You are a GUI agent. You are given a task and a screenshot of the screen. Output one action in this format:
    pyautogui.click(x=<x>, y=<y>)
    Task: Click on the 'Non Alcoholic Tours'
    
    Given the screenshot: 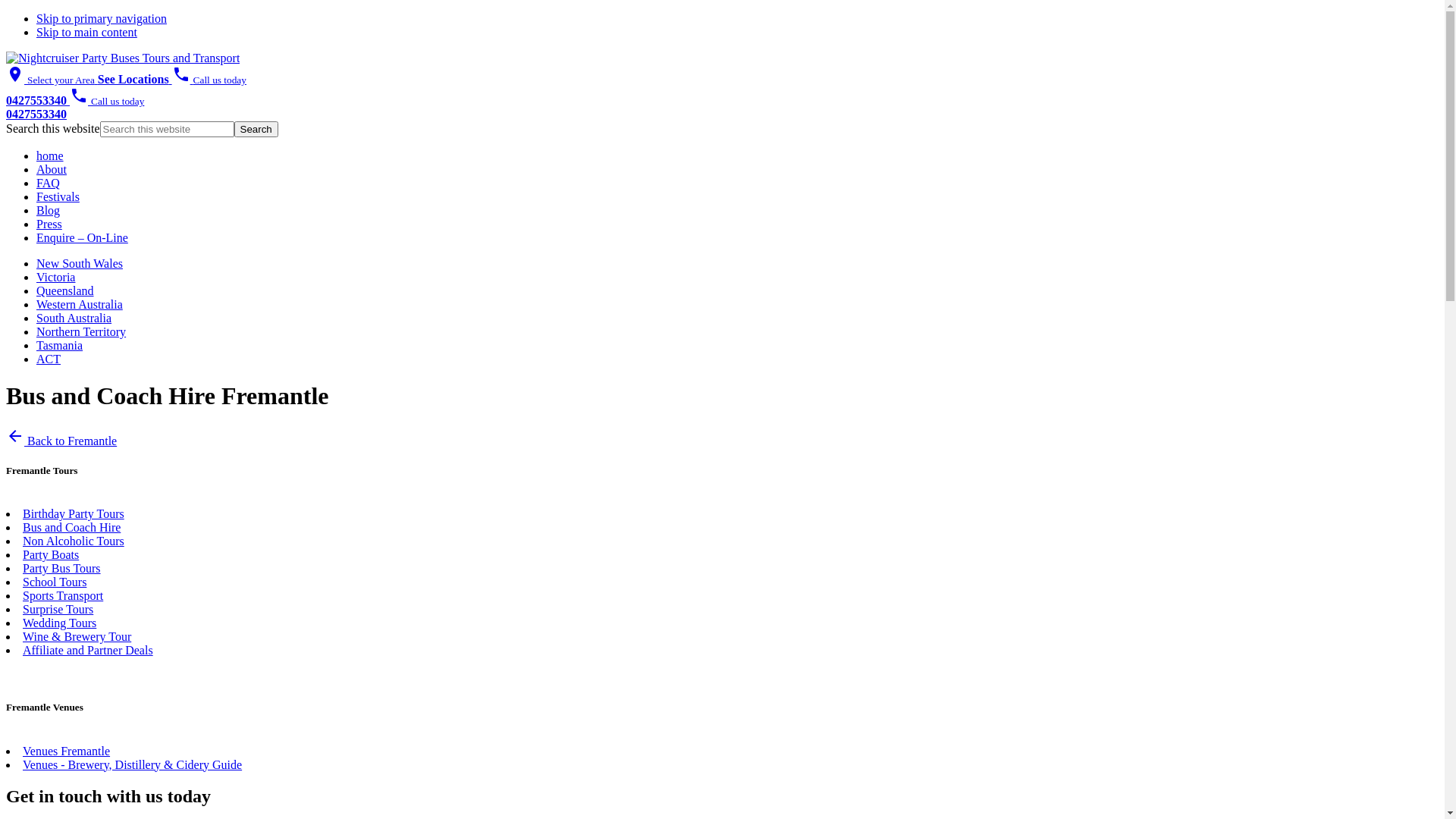 What is the action you would take?
    pyautogui.click(x=72, y=540)
    